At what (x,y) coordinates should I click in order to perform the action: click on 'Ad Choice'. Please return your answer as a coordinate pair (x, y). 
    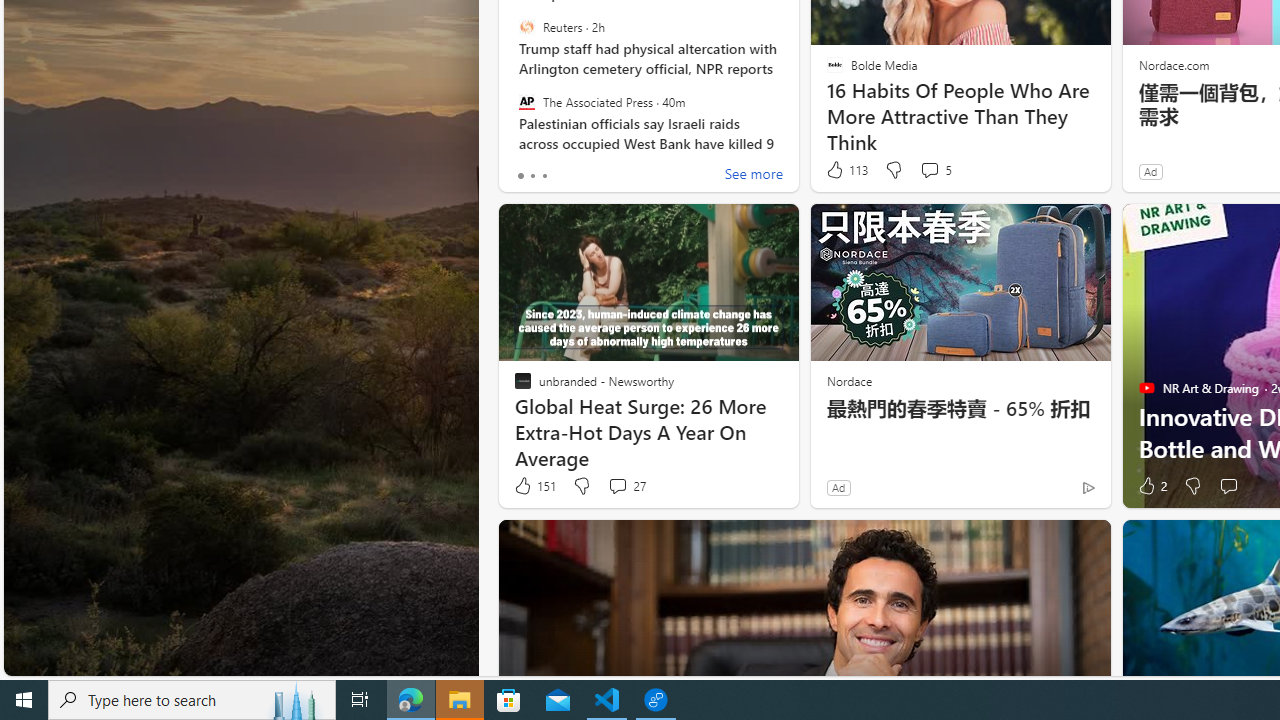
    Looking at the image, I should click on (1087, 487).